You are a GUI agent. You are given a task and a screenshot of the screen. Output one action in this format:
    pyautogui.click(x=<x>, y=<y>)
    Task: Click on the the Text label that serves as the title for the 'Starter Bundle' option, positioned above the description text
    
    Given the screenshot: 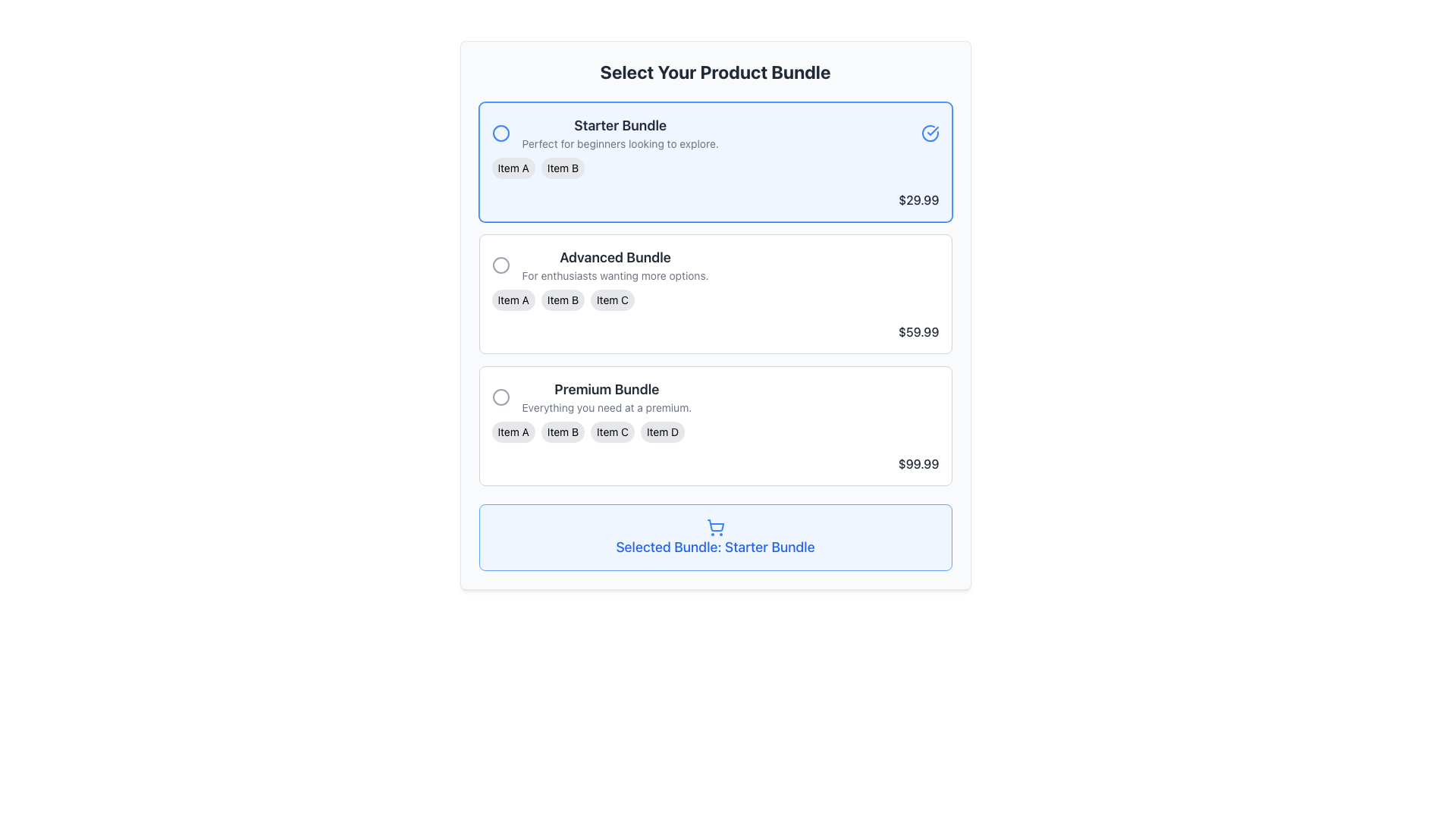 What is the action you would take?
    pyautogui.click(x=620, y=124)
    